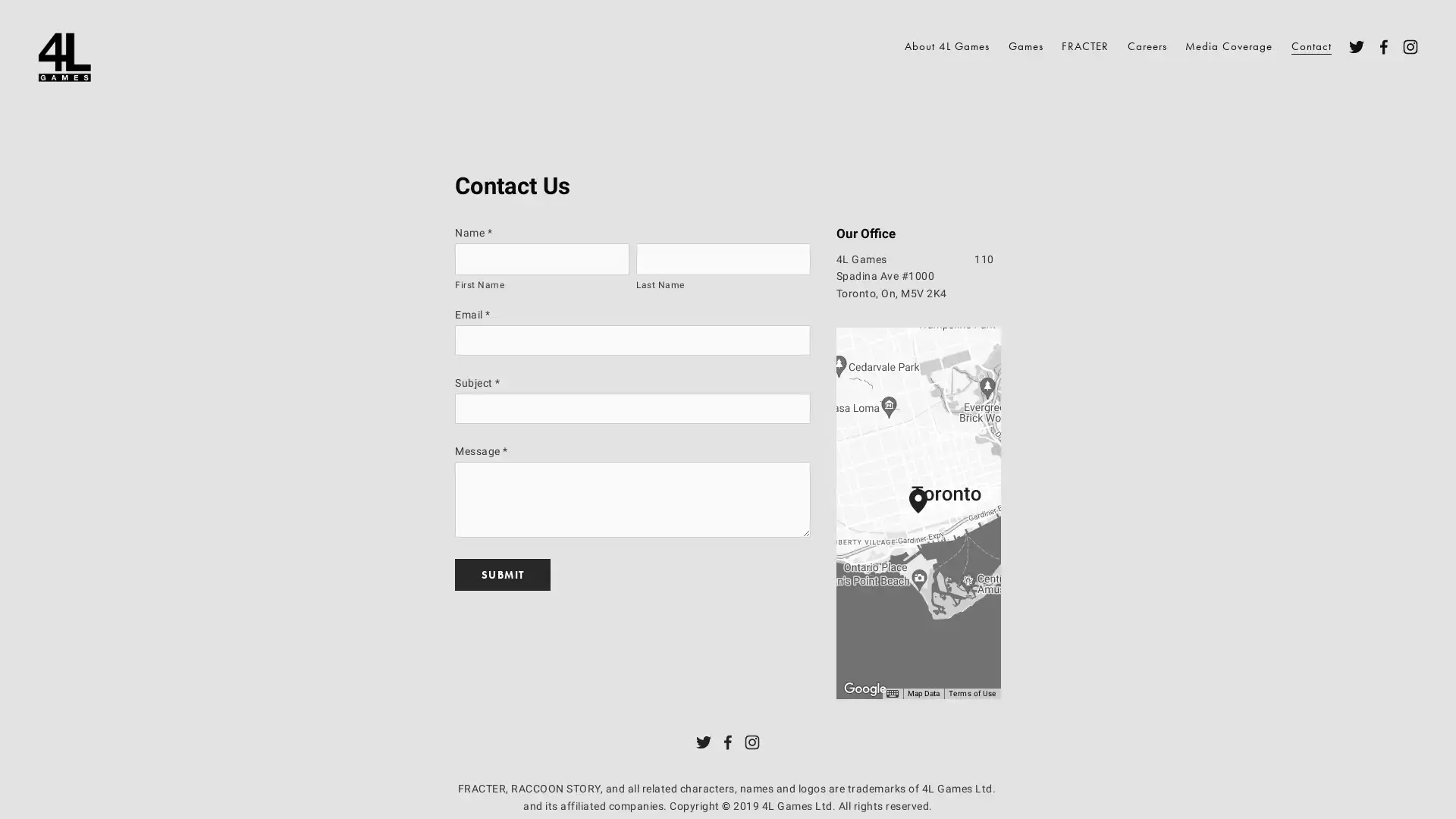  Describe the element at coordinates (927, 513) in the screenshot. I see `110 Spadina Avenue Toronto, ON, M5V 2K4, Canada` at that location.